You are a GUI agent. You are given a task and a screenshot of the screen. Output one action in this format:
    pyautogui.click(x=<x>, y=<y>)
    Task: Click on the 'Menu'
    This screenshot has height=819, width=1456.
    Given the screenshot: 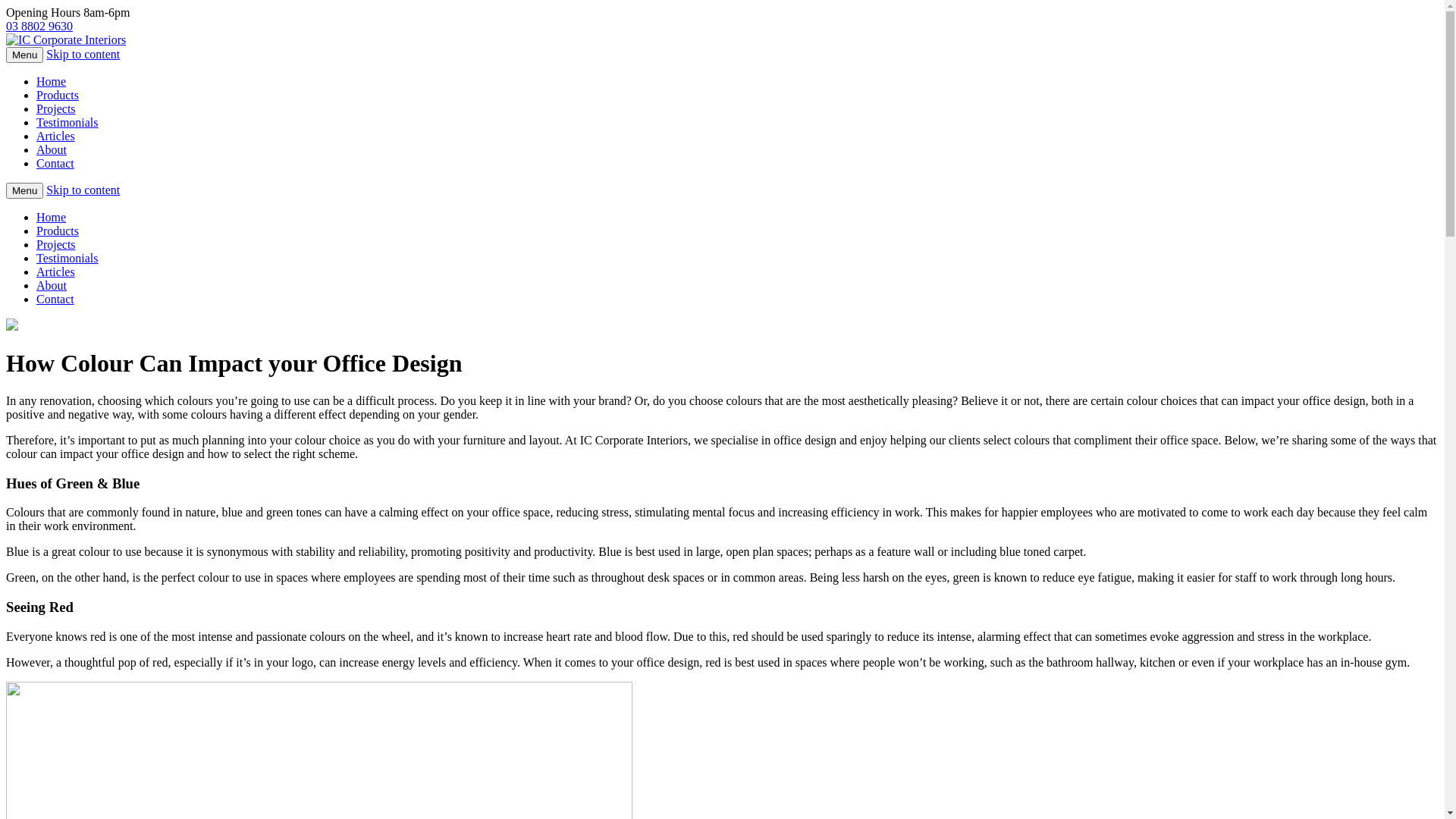 What is the action you would take?
    pyautogui.click(x=24, y=190)
    